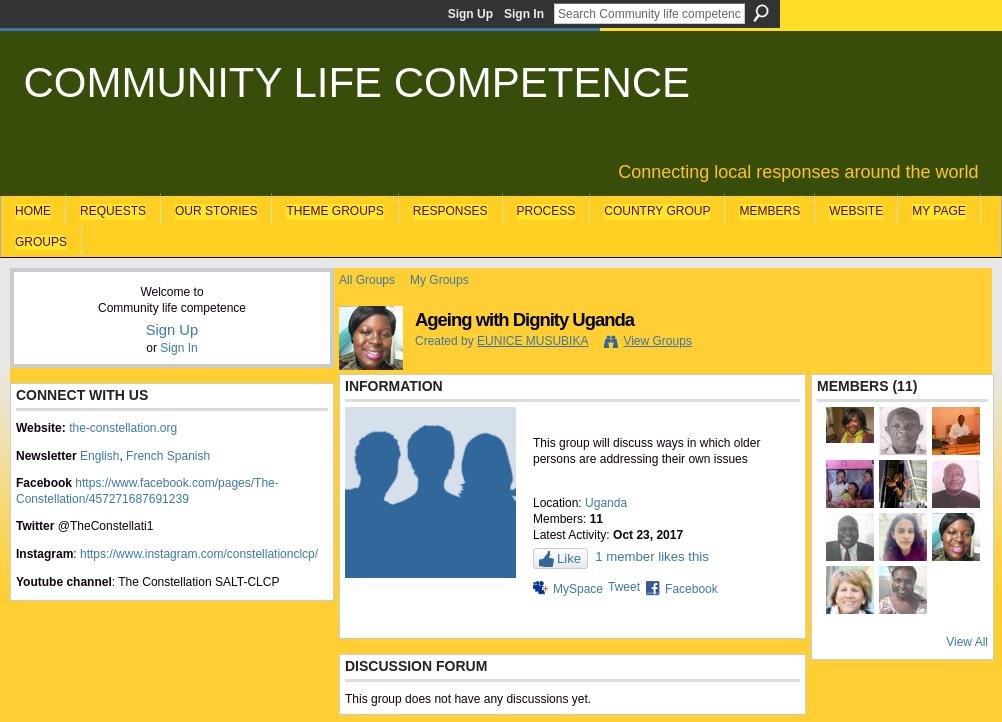 The width and height of the screenshot is (1002, 722). What do you see at coordinates (76, 551) in the screenshot?
I see `':'` at bounding box center [76, 551].